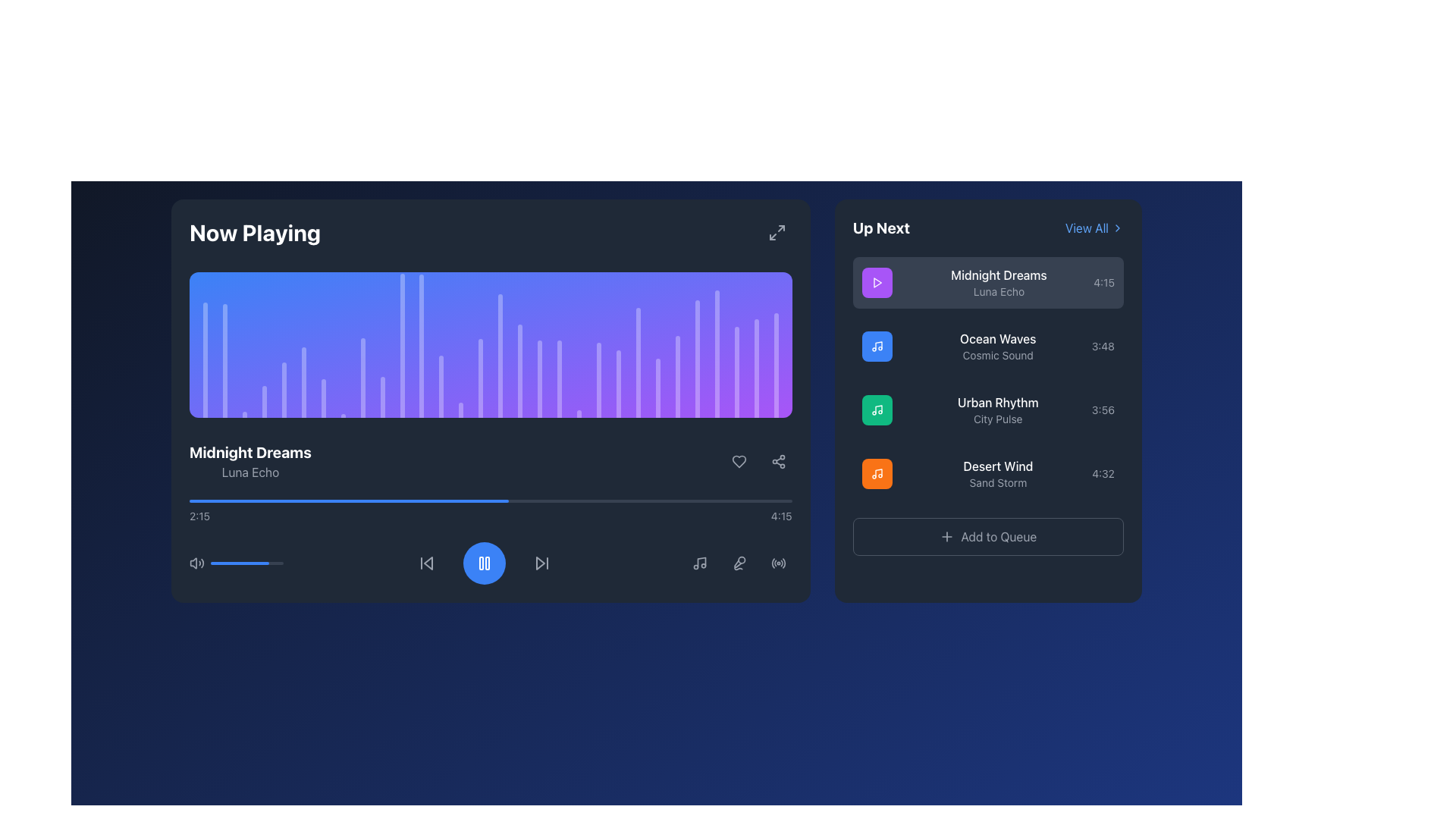 The width and height of the screenshot is (1456, 819). I want to click on the volume, so click(243, 563).